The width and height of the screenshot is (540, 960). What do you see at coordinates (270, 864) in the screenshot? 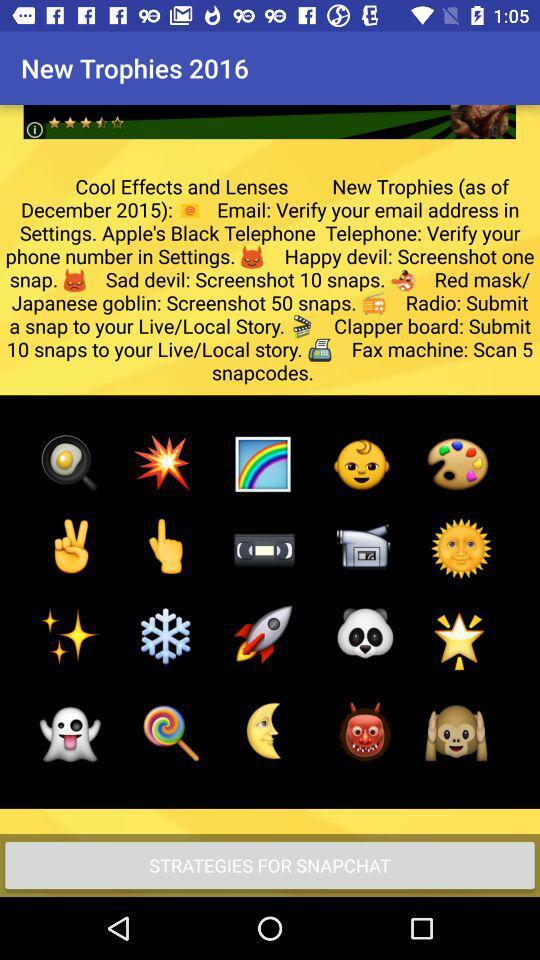
I see `the strategies for snapchat item` at bounding box center [270, 864].